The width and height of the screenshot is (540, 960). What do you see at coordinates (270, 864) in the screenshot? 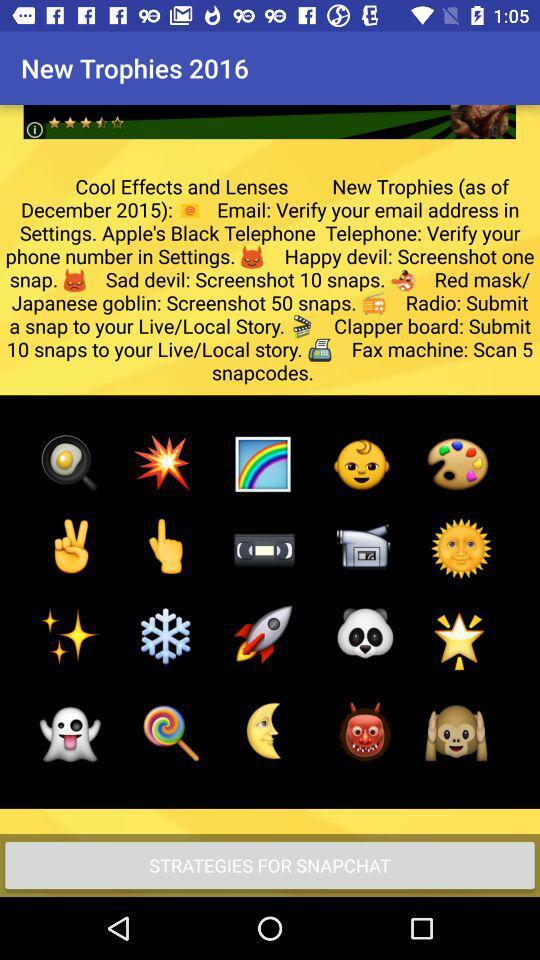
I see `the strategies for snapchat item` at bounding box center [270, 864].